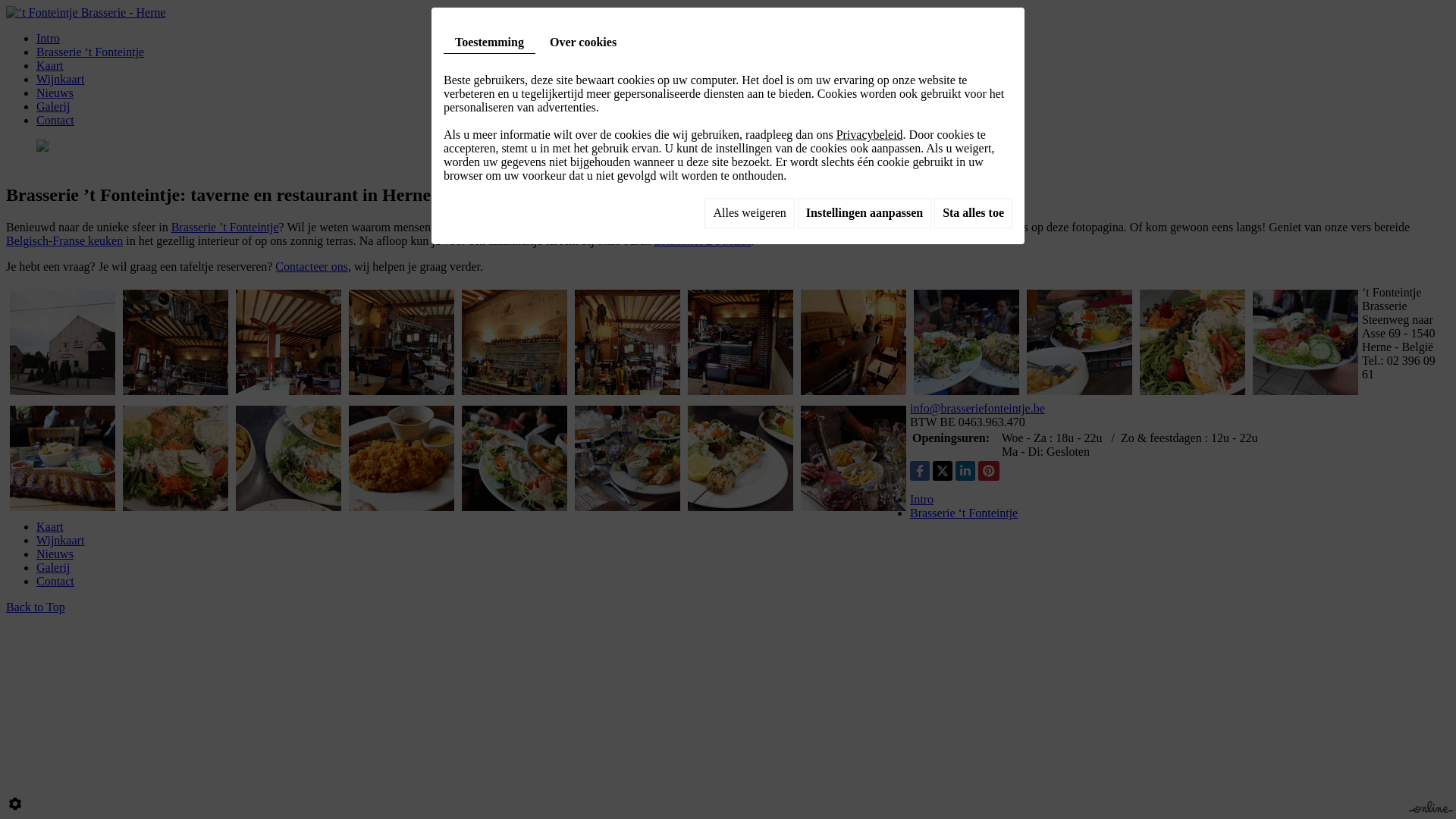 The image size is (1456, 819). I want to click on 'info@brasseriefonteintje.be', so click(910, 407).